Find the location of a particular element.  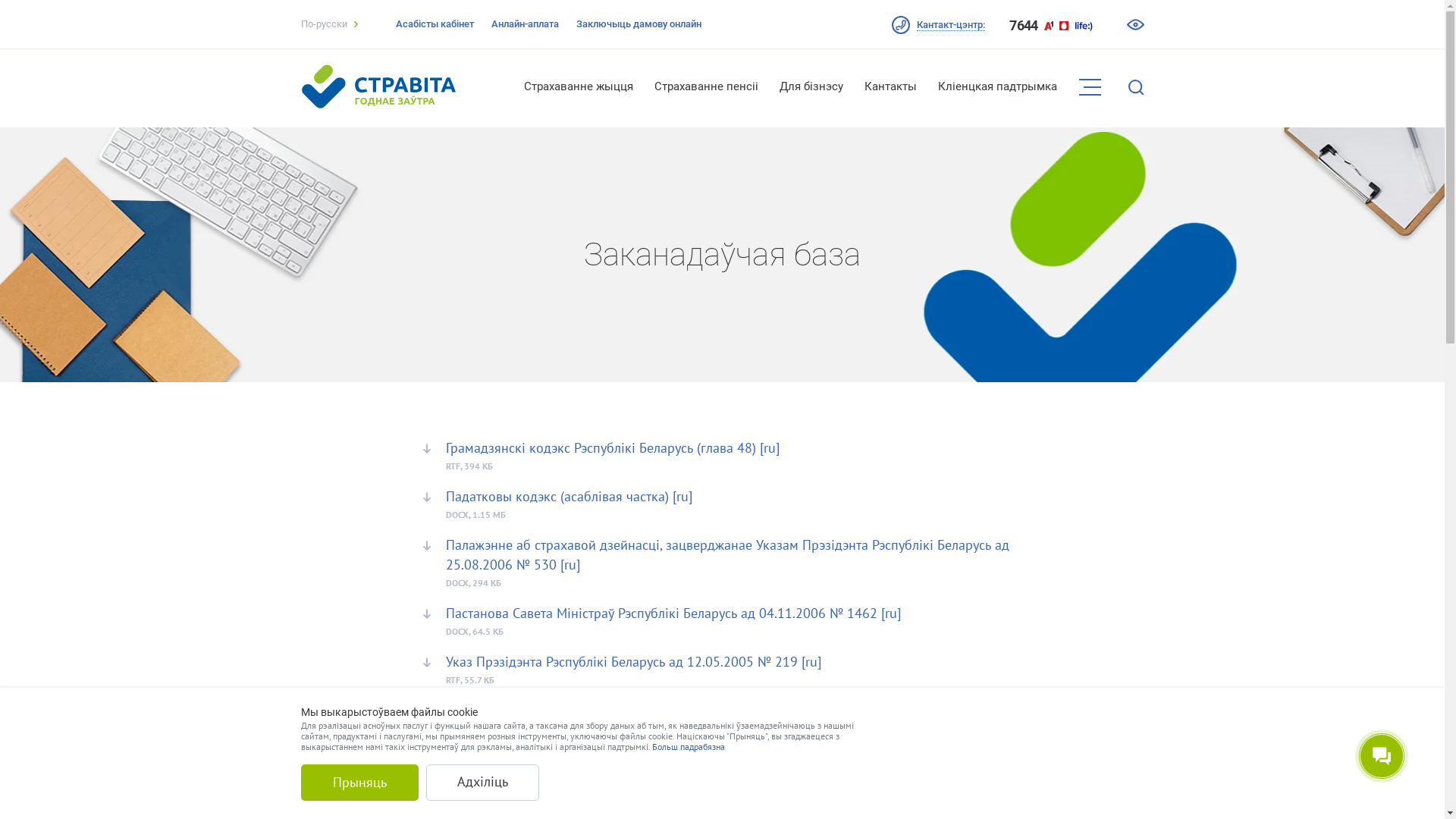

'7644' is located at coordinates (1023, 26).